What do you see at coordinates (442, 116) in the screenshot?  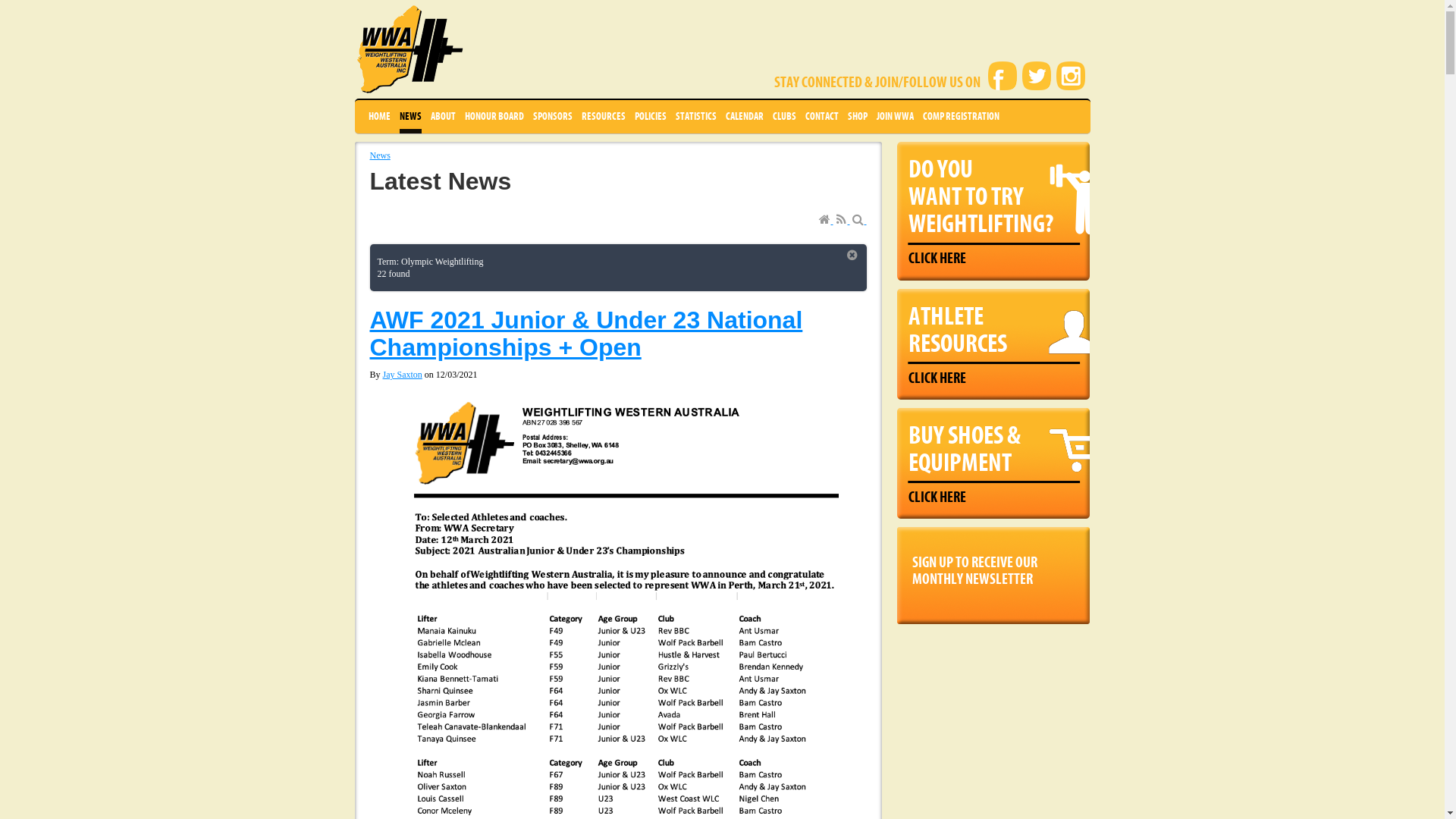 I see `'ABOUT'` at bounding box center [442, 116].